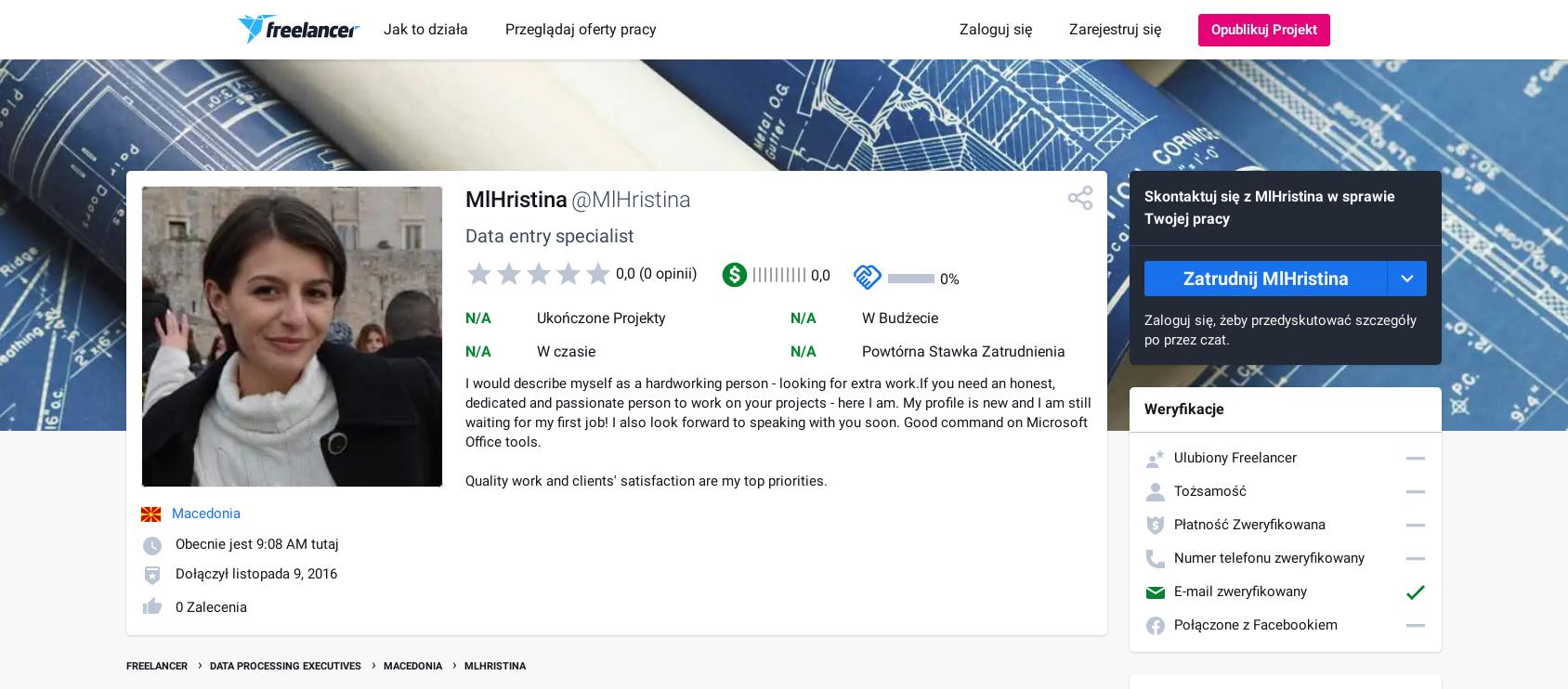 Image resolution: width=1568 pixels, height=689 pixels. Describe the element at coordinates (777, 432) in the screenshot. I see `'I would describe myself as a hardworking person - looking for extra work.If you need an honest, dedicated and passionate person to work on your projects - here I am. My profile is new and I am still waiting for my first job! I also look forward to speaking with you soon. Good command on Microsoft Office tools.

Quality work and clients' satisfaction are my top priorities.'` at that location.